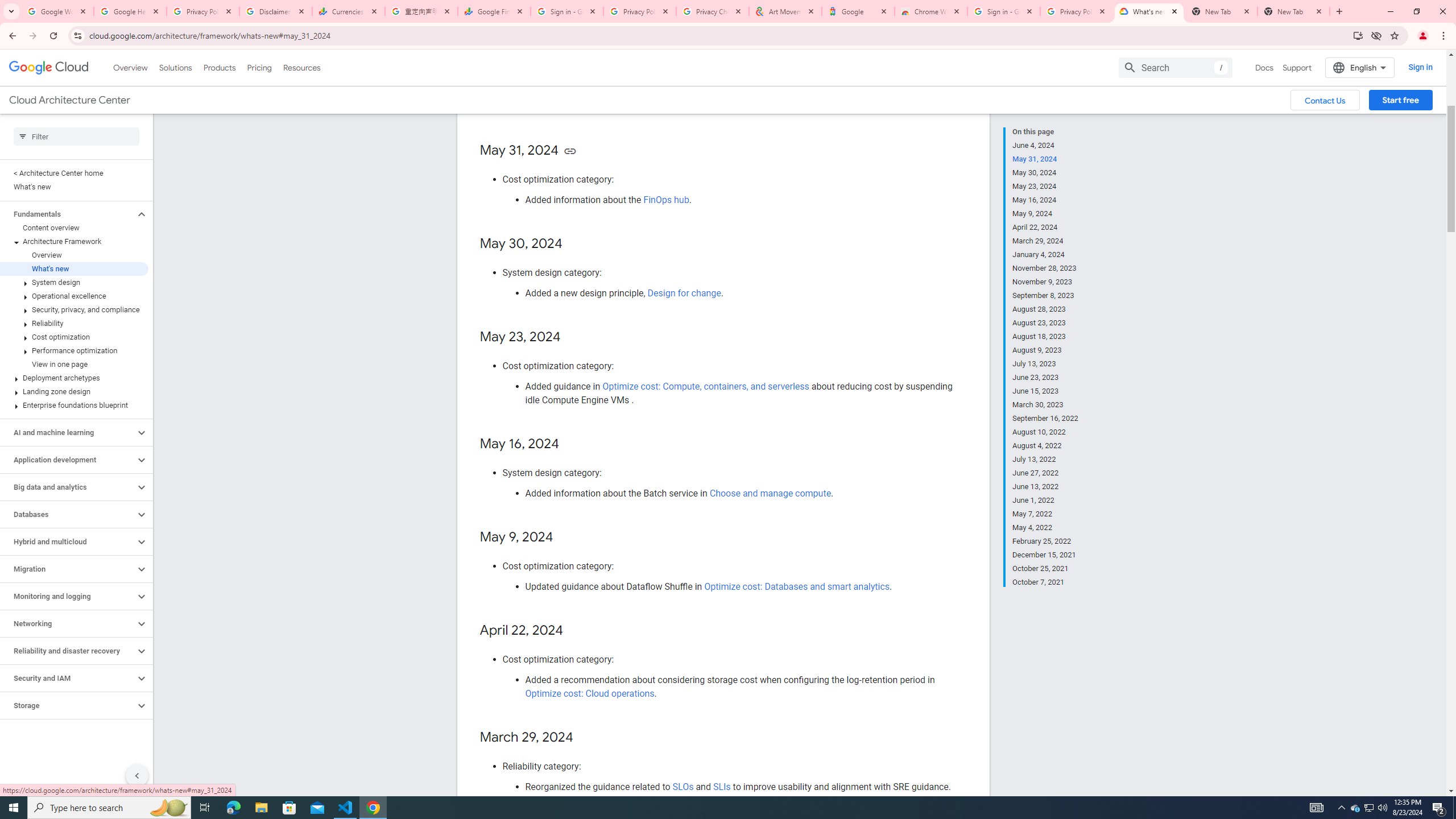  I want to click on 'English', so click(1359, 67).